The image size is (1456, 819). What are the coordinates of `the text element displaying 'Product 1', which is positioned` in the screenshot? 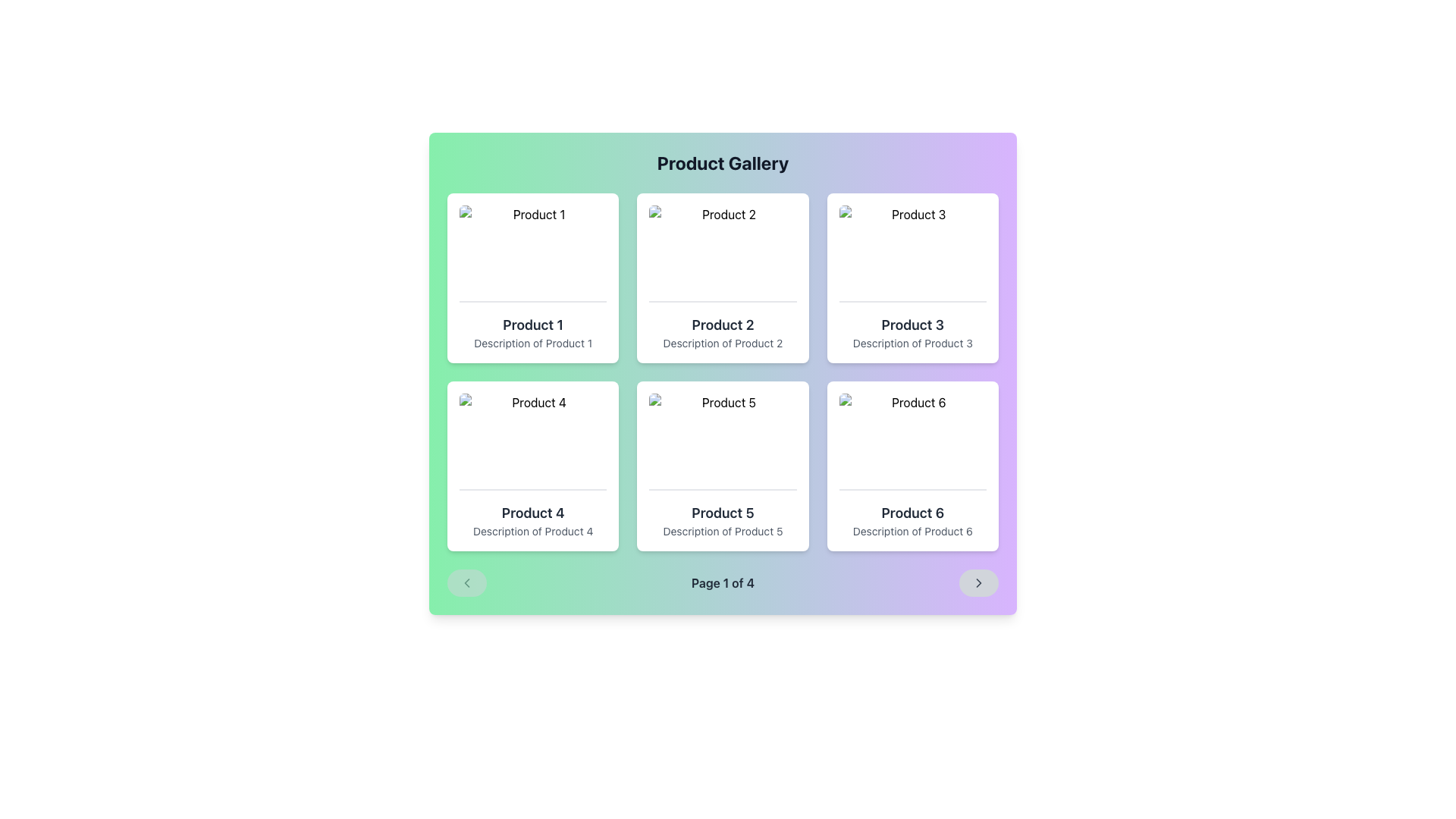 It's located at (533, 324).